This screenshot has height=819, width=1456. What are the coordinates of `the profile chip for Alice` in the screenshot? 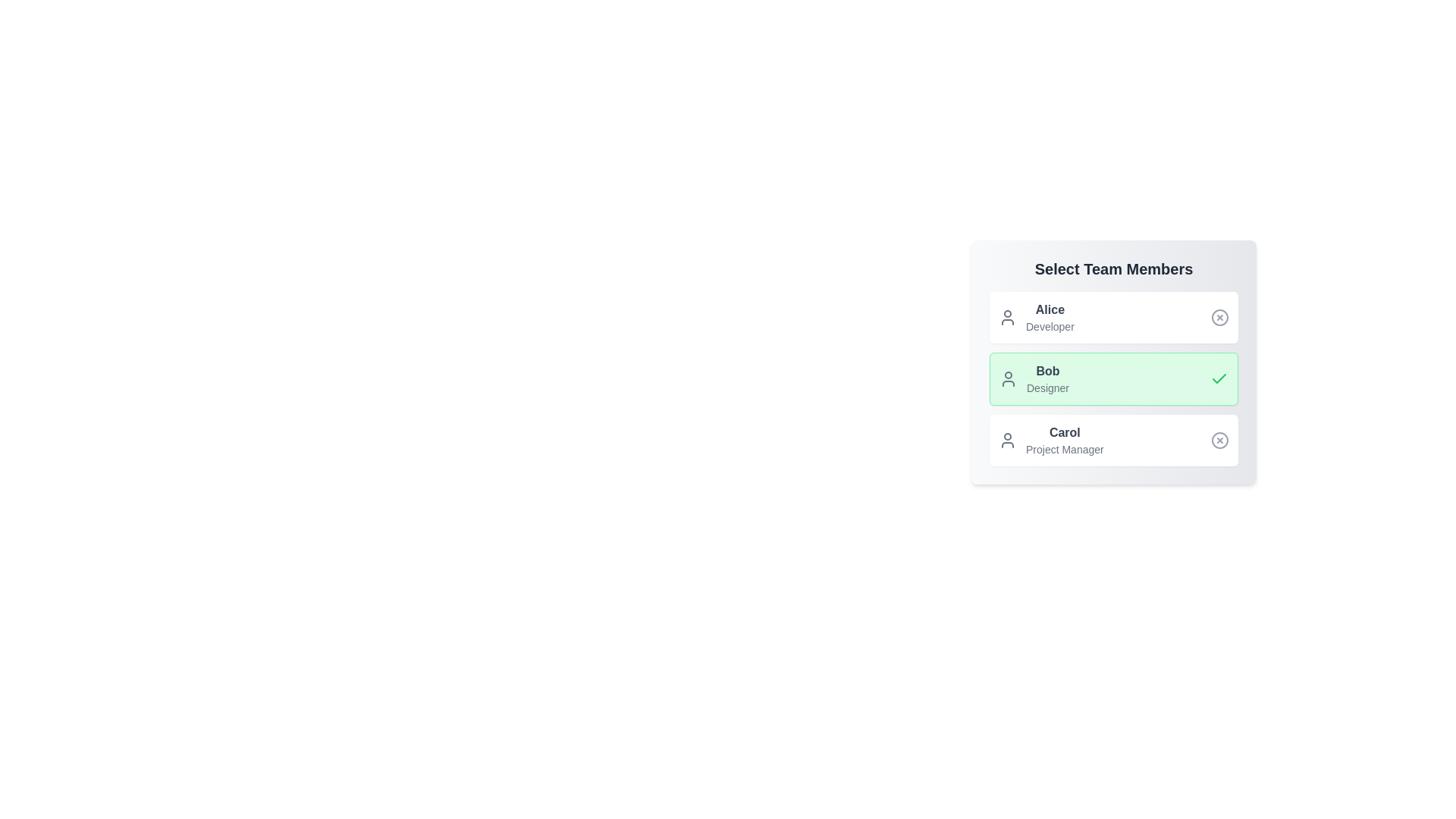 It's located at (1113, 317).